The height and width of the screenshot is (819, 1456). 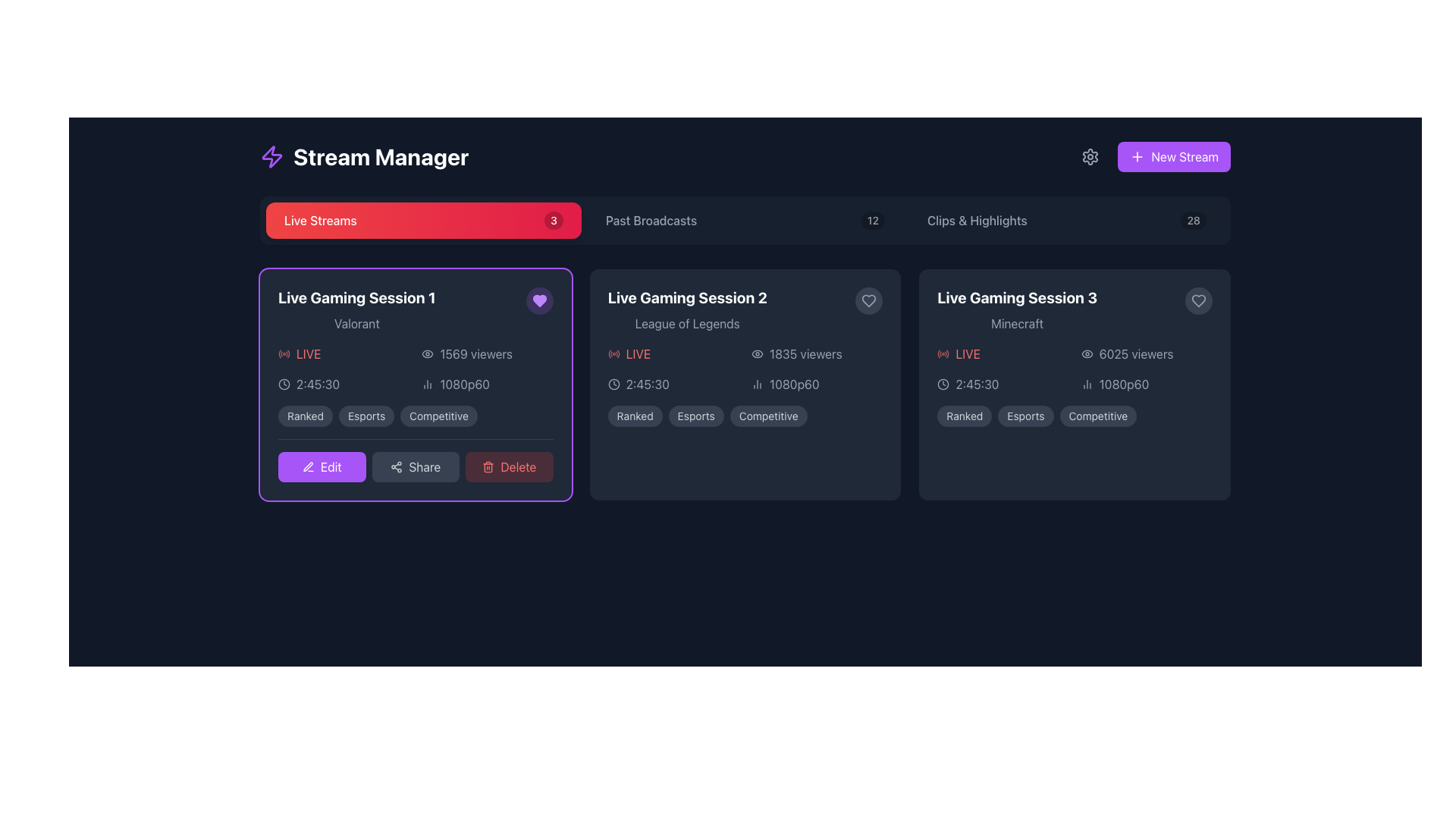 I want to click on the 'Live' text label indicating the current live status within the 'Live Gaming Session 2' card, located adjacent to a red icon, so click(x=638, y=353).